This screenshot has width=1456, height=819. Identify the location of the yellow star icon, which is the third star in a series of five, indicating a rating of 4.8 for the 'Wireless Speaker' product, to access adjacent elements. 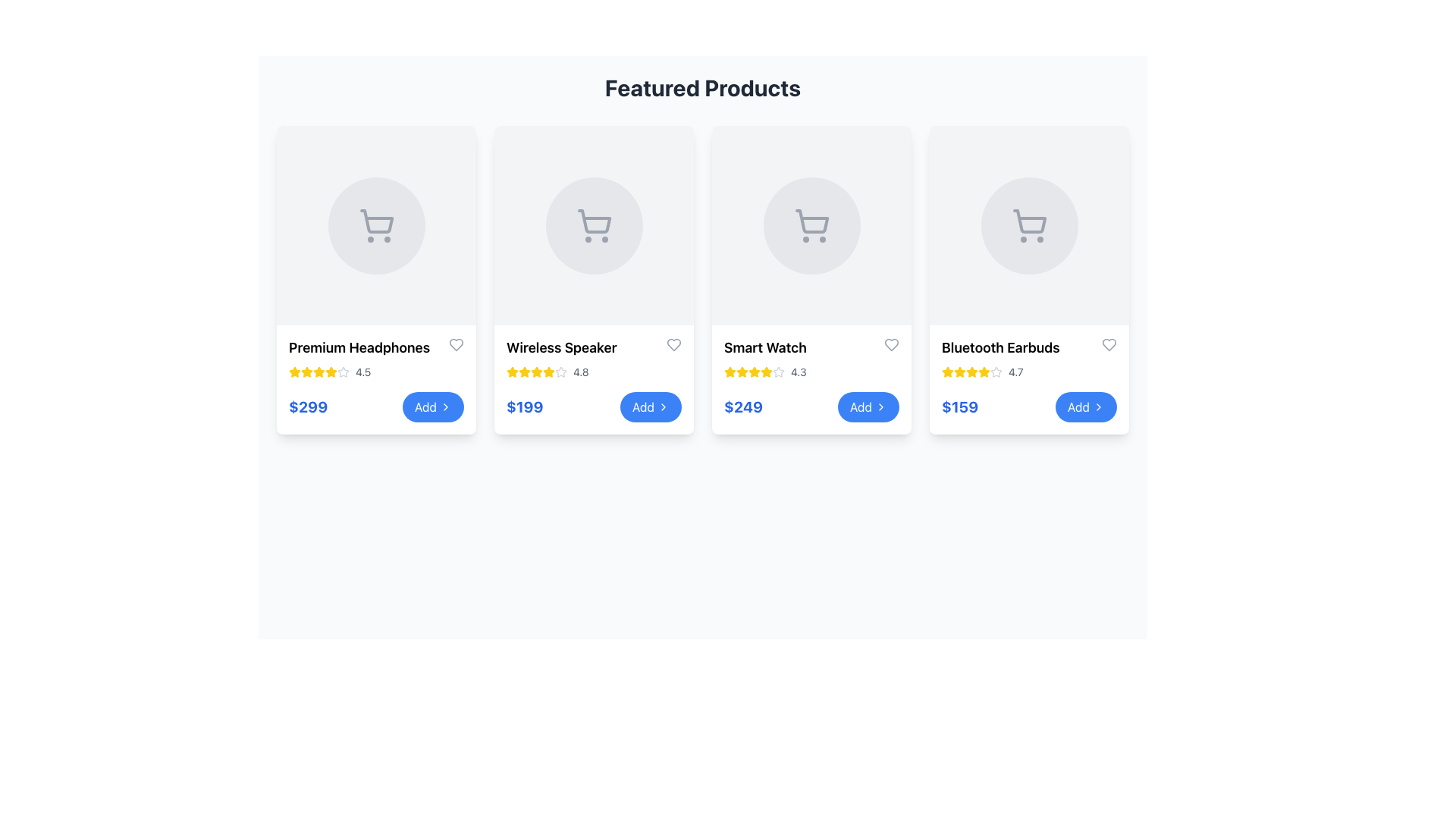
(524, 372).